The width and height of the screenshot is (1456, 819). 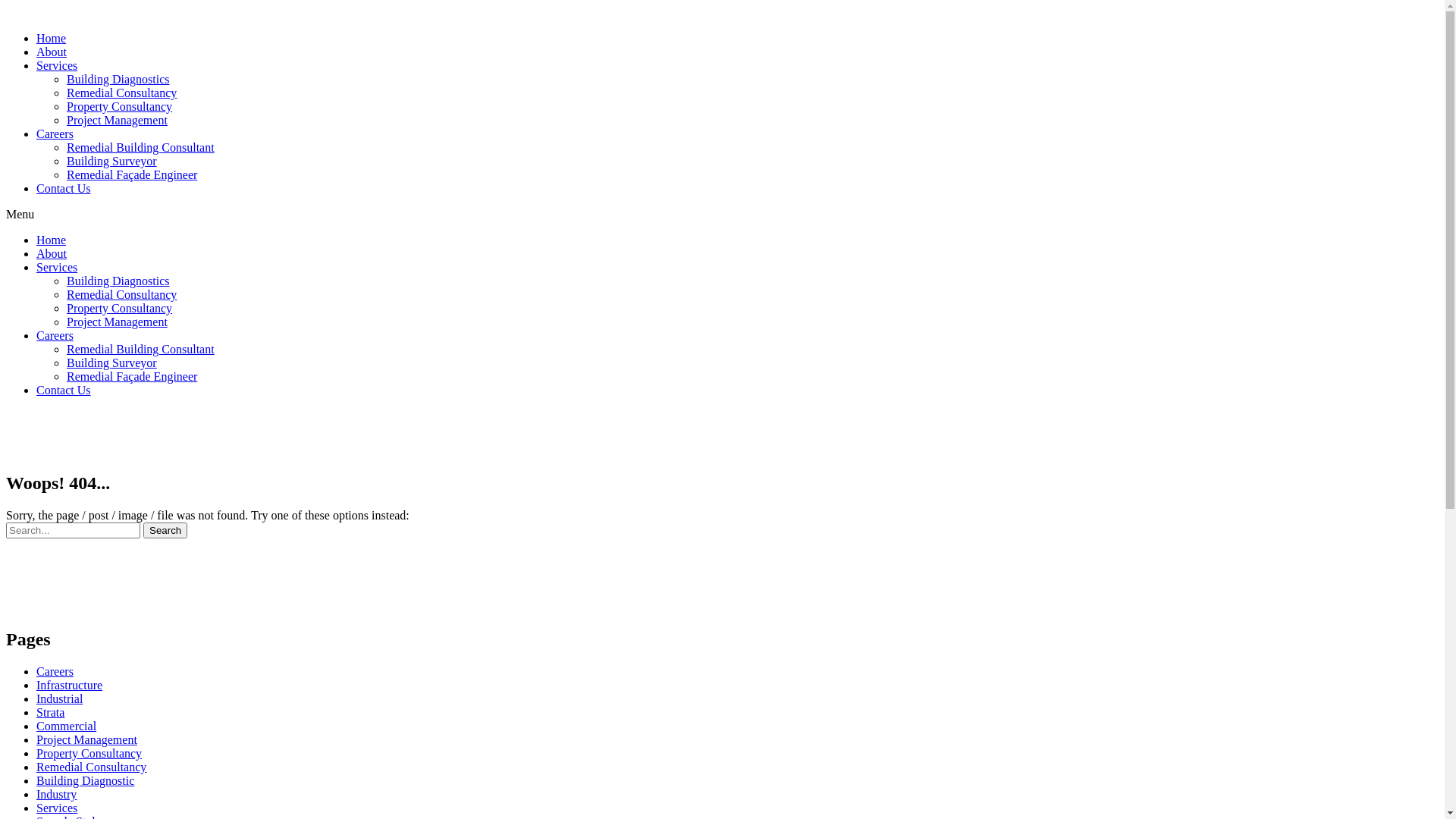 I want to click on 'About', so click(x=51, y=51).